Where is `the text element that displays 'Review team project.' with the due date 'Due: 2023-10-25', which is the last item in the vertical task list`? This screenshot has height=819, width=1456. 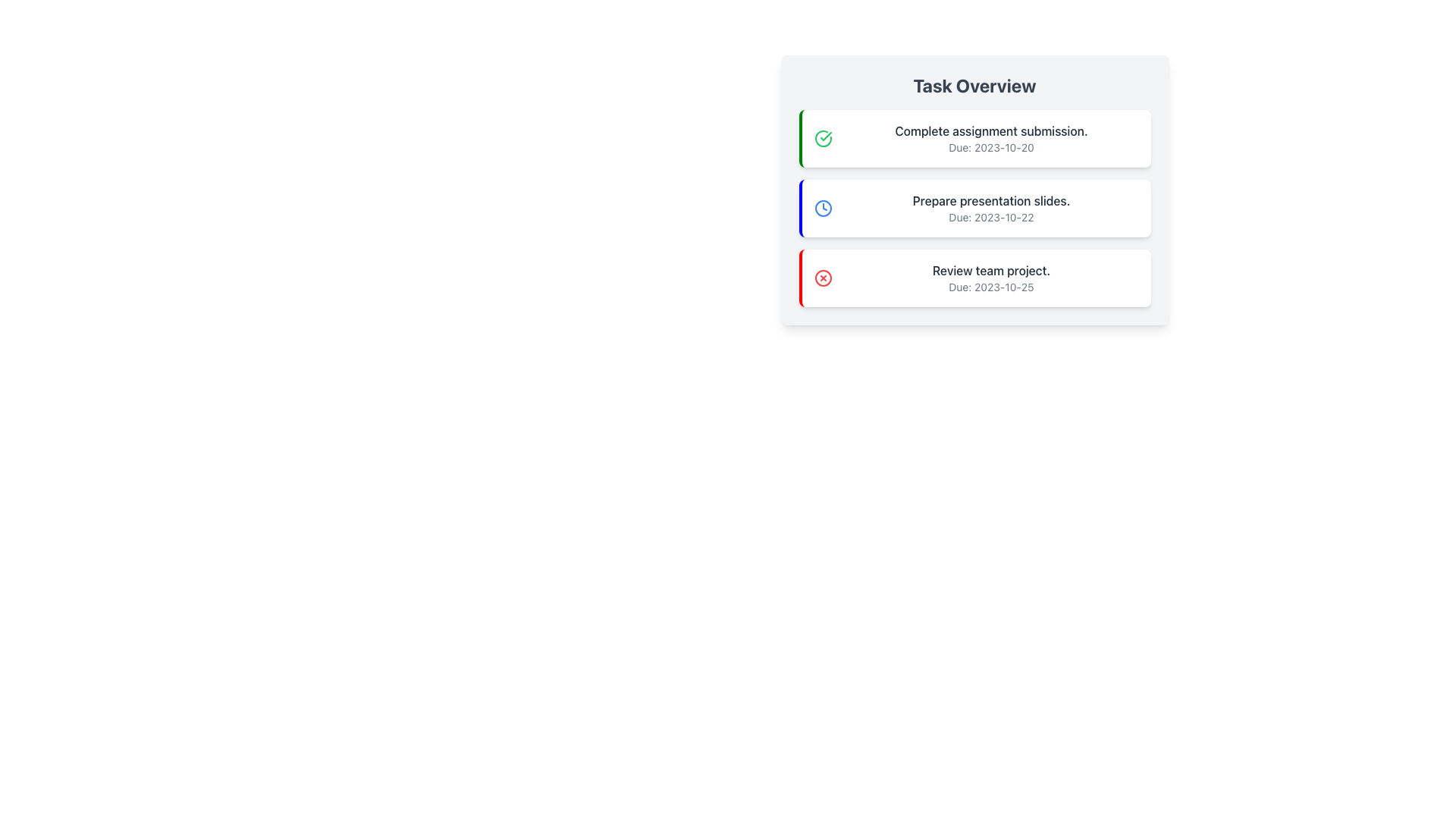 the text element that displays 'Review team project.' with the due date 'Due: 2023-10-25', which is the last item in the vertical task list is located at coordinates (991, 278).